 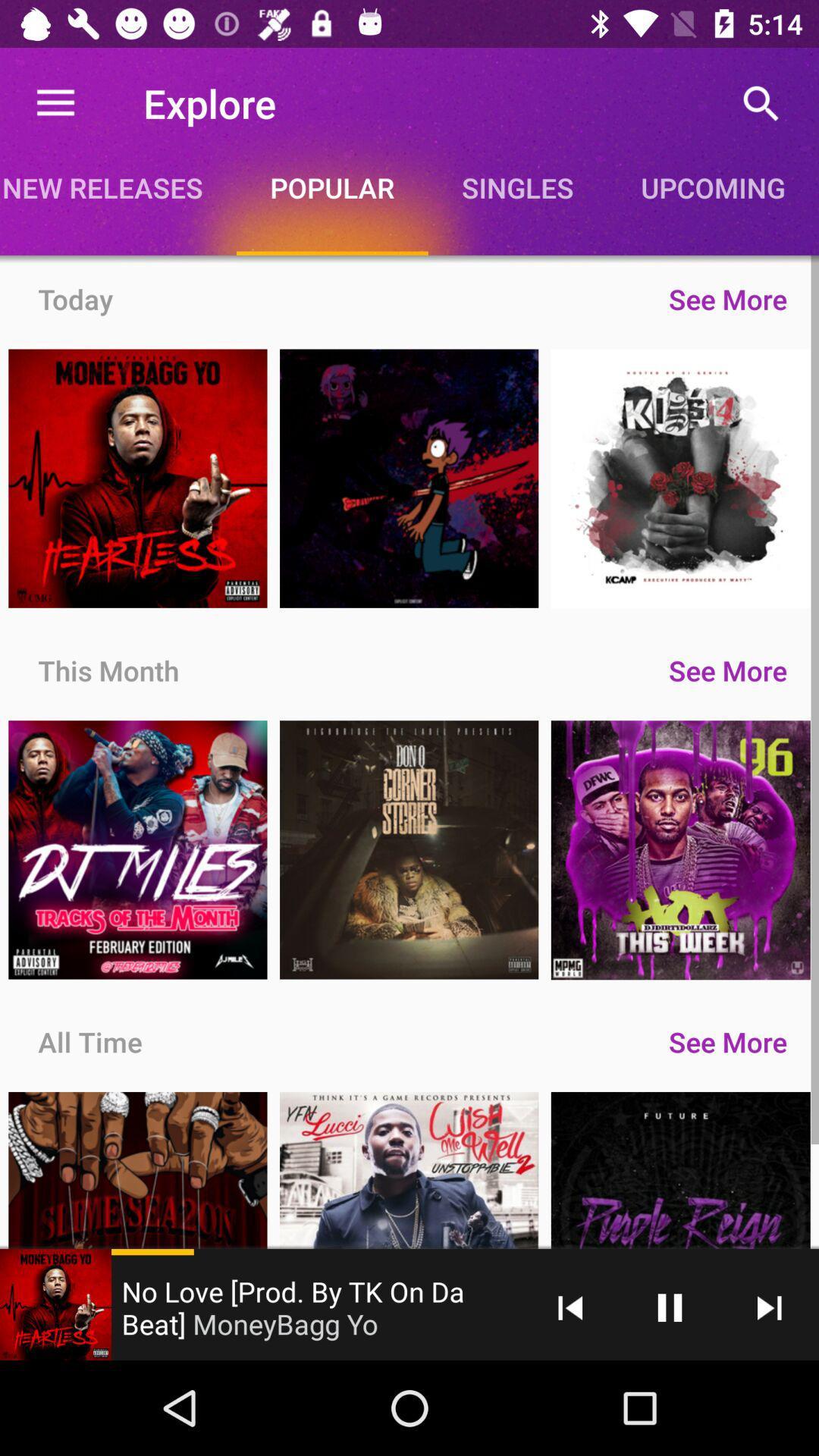 What do you see at coordinates (331, 187) in the screenshot?
I see `icon next to new releases` at bounding box center [331, 187].